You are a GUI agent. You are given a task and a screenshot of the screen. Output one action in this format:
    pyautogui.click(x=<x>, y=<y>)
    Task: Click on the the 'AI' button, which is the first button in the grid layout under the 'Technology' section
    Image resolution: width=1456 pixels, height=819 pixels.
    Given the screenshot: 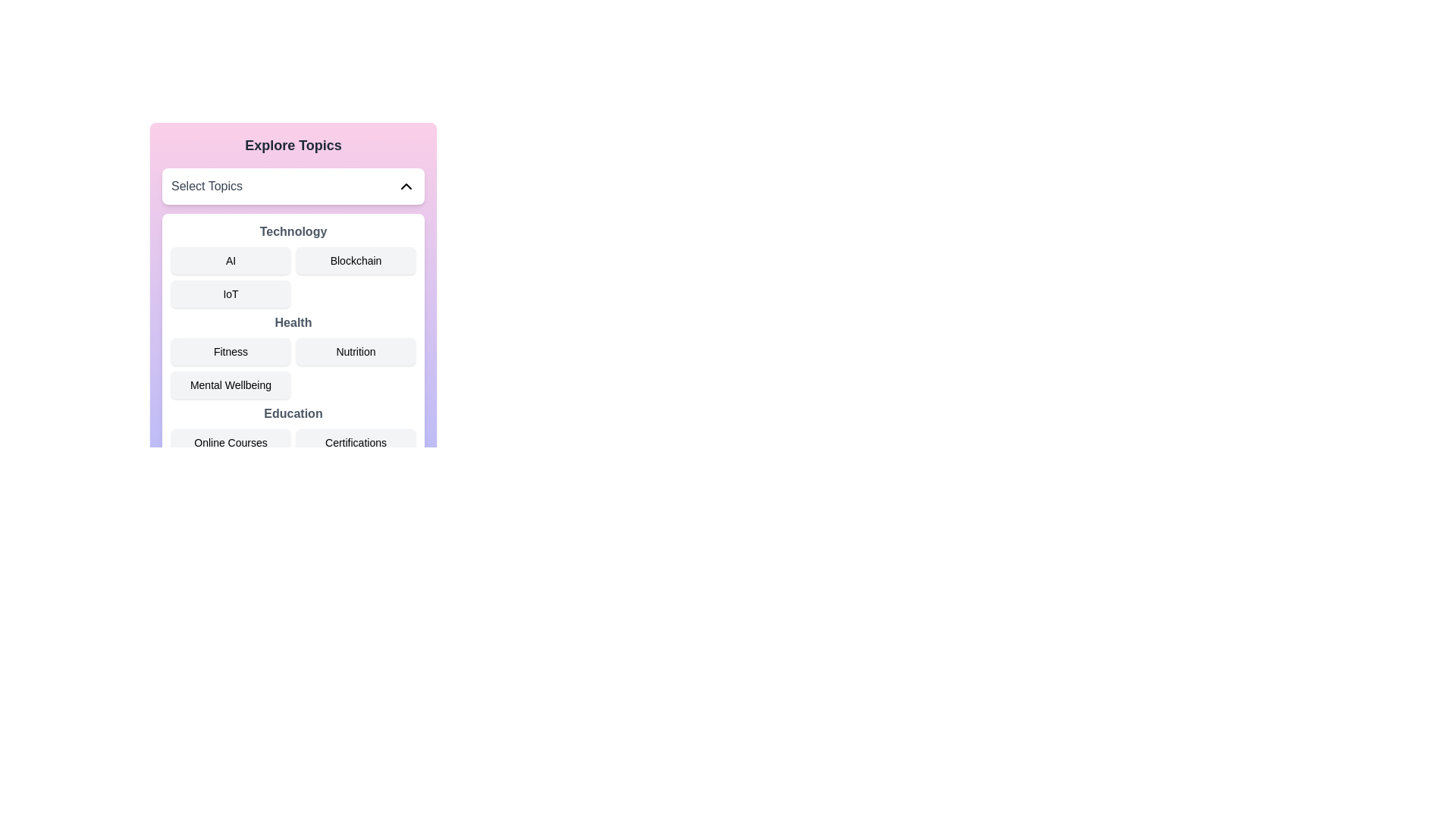 What is the action you would take?
    pyautogui.click(x=230, y=259)
    